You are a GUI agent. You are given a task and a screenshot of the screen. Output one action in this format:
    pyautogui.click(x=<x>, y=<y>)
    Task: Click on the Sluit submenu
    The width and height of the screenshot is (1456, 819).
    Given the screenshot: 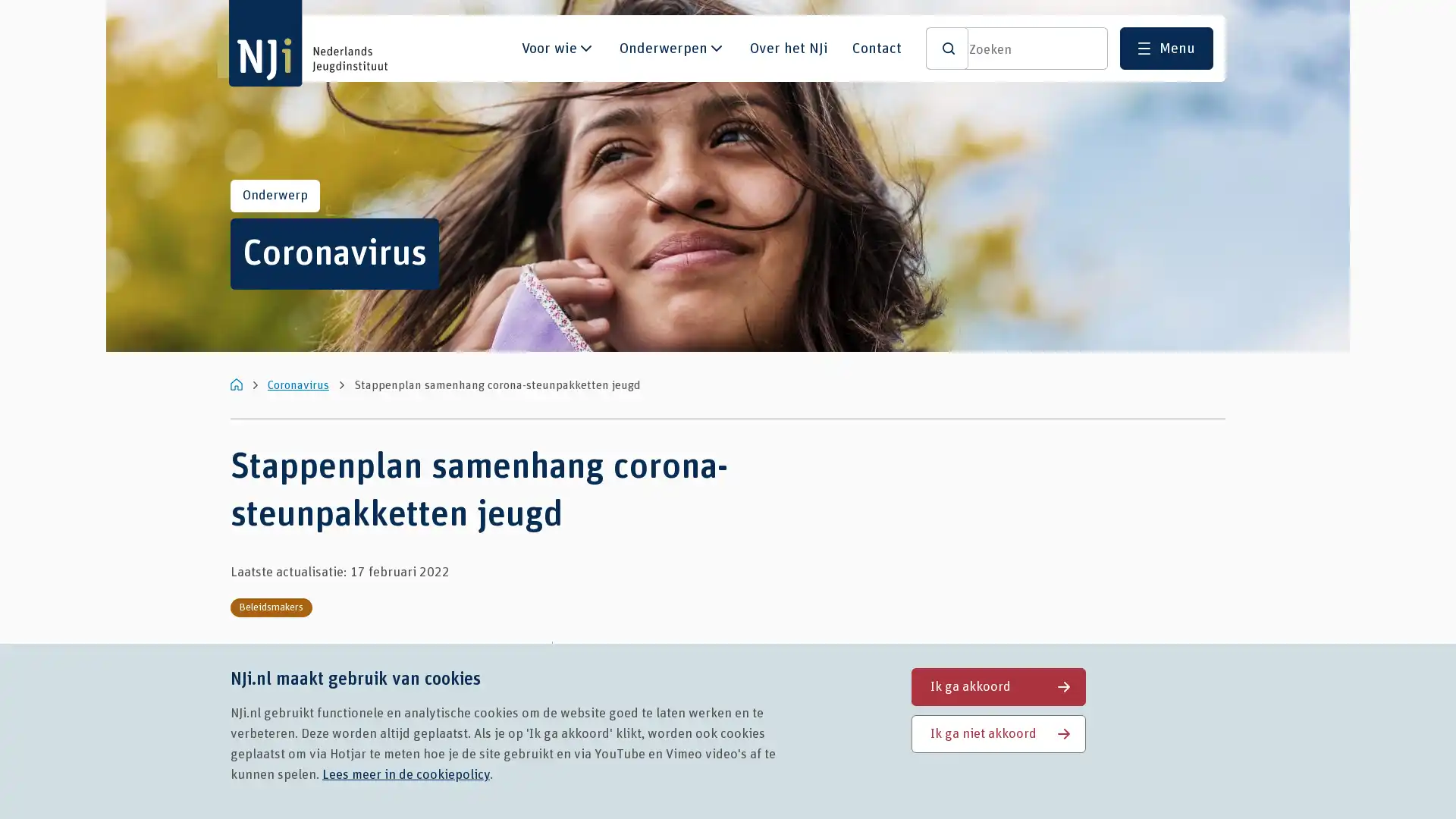 What is the action you would take?
    pyautogui.click(x=585, y=54)
    